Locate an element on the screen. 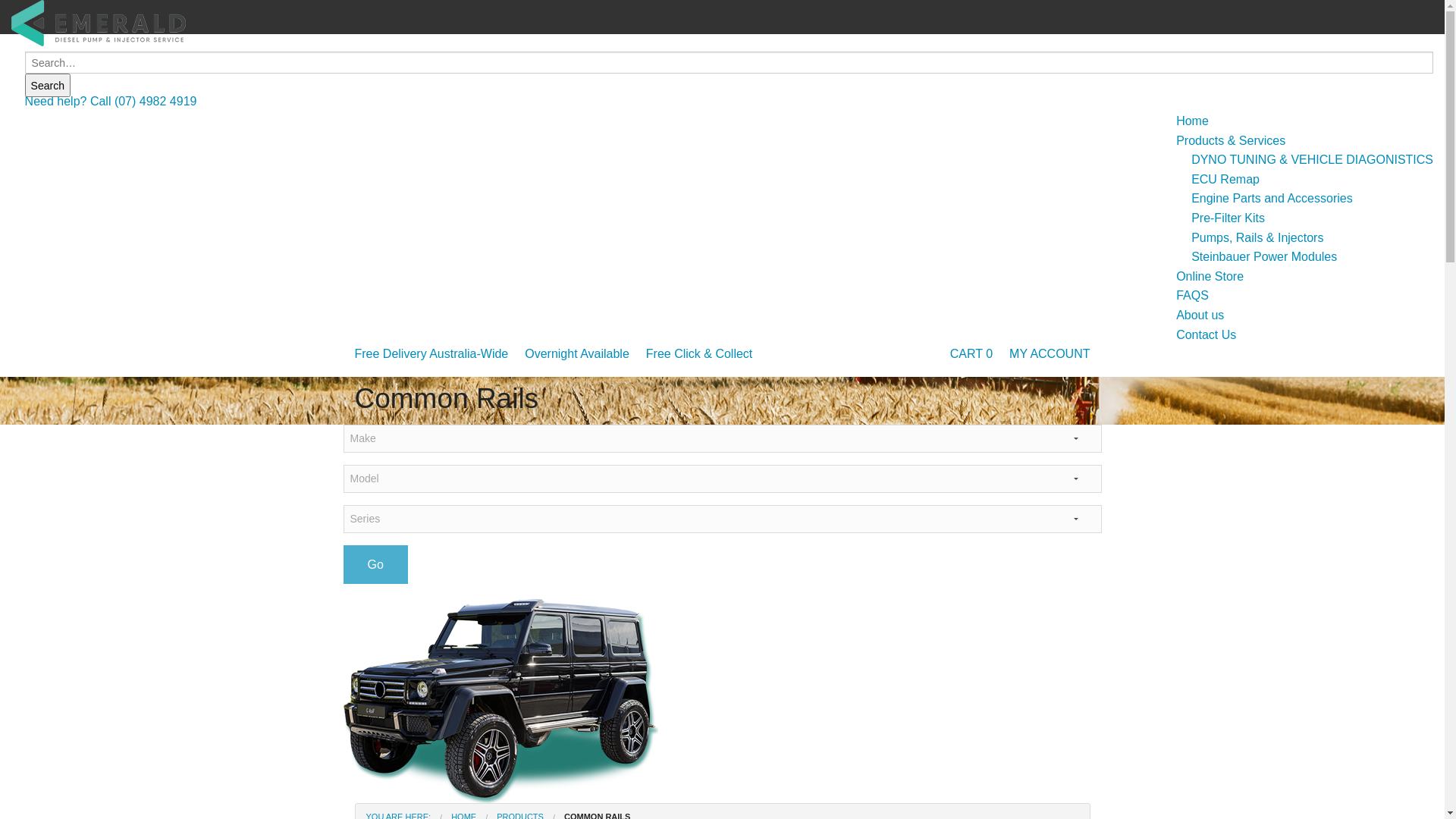 This screenshot has width=1456, height=819. 'Search' is located at coordinates (47, 85).